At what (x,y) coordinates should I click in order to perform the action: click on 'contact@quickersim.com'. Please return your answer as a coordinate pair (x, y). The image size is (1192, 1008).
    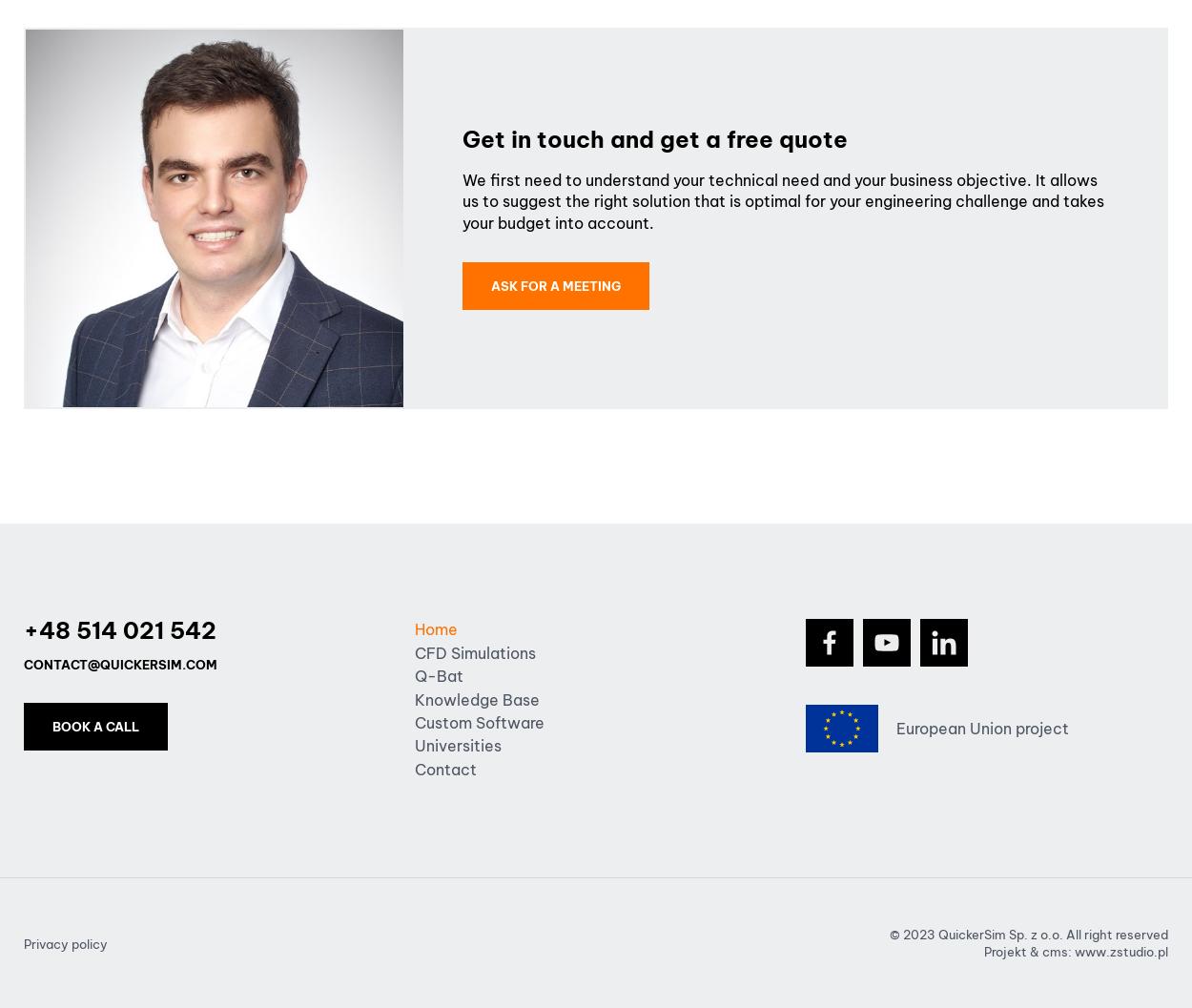
    Looking at the image, I should click on (120, 663).